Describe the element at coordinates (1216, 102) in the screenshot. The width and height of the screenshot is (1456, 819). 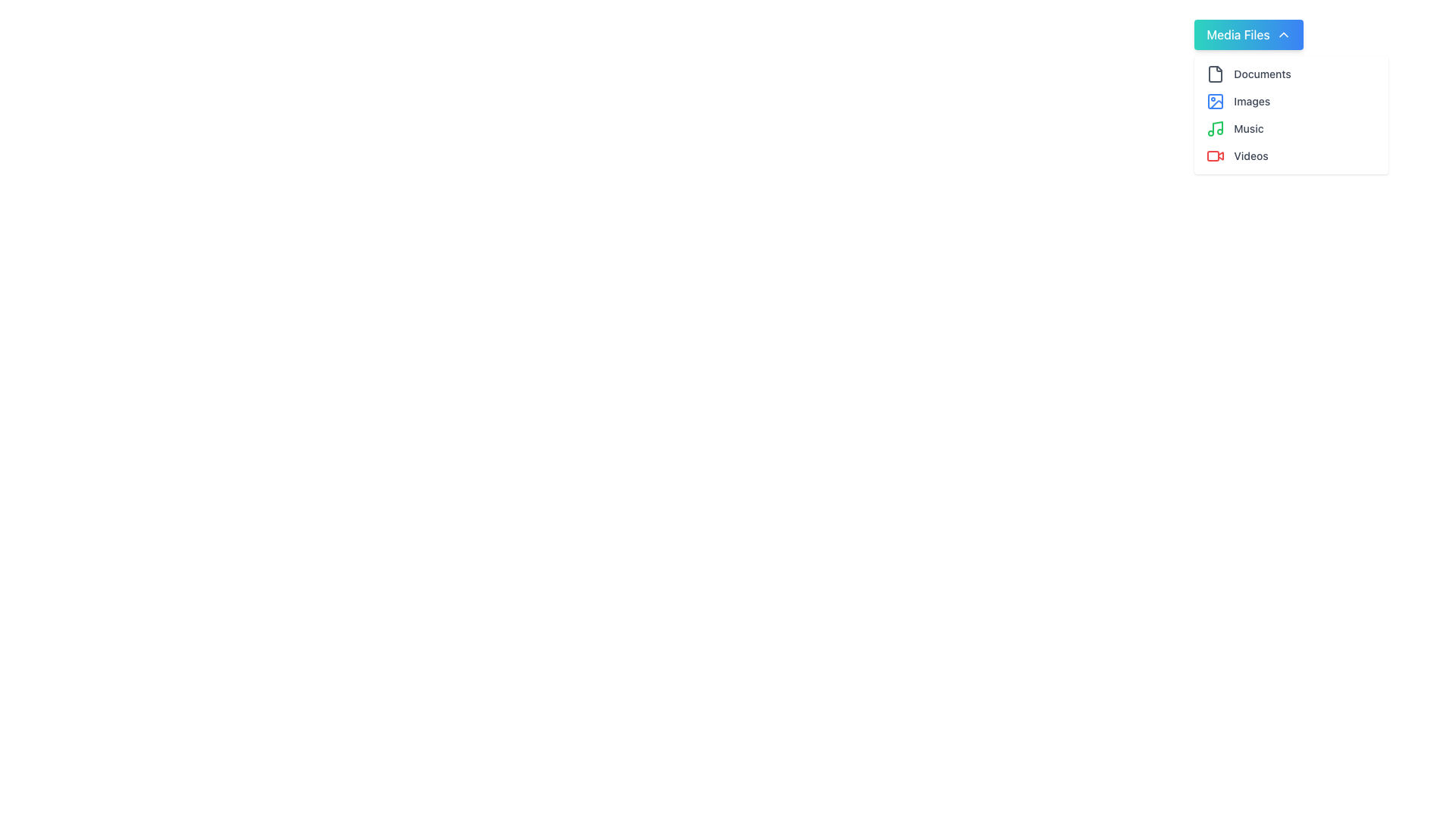
I see `the 'Images' icon in the 'Media Files' menu` at that location.